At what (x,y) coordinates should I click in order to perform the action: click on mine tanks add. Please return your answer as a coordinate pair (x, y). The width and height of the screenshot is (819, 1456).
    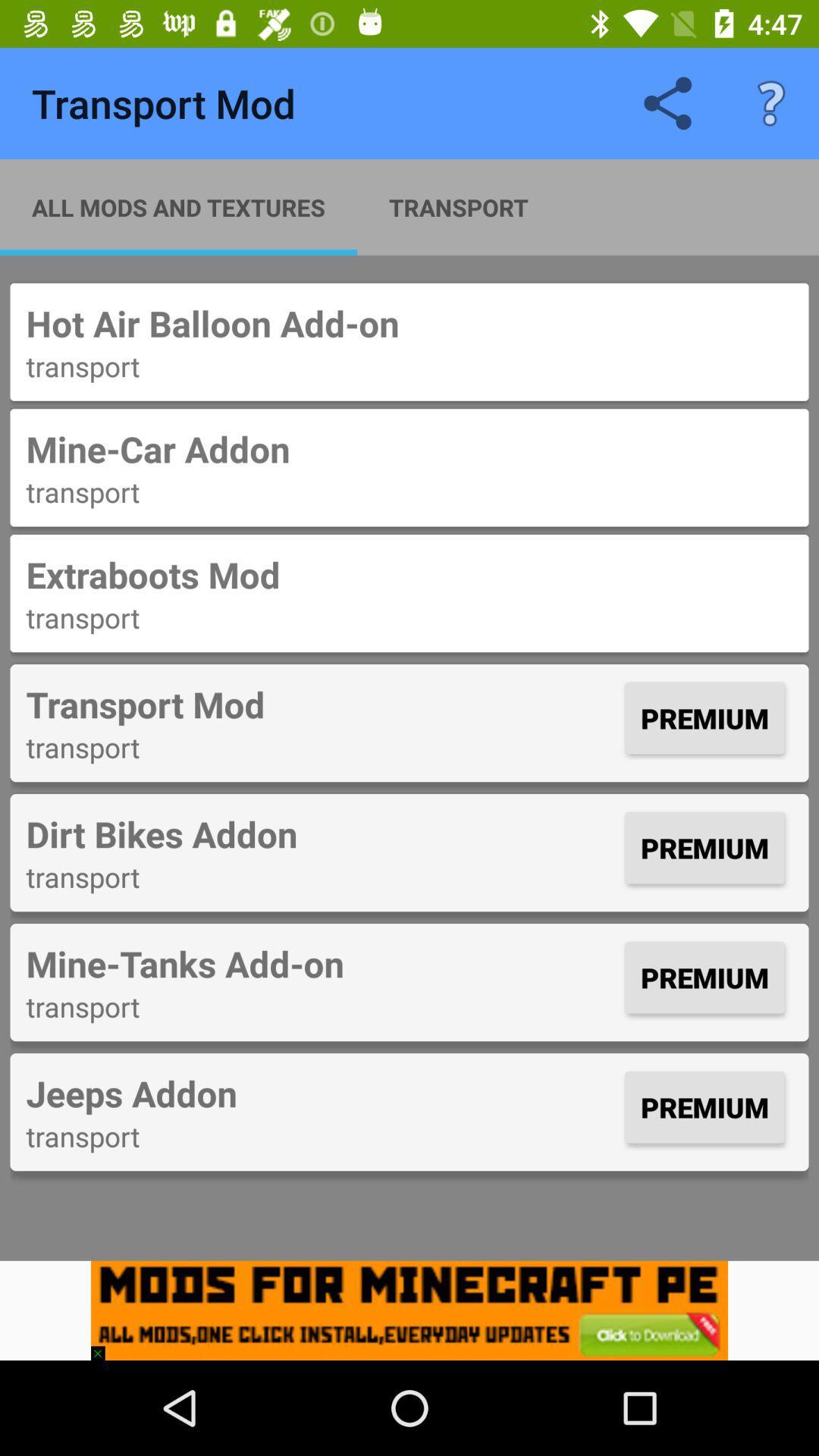
    Looking at the image, I should click on (321, 962).